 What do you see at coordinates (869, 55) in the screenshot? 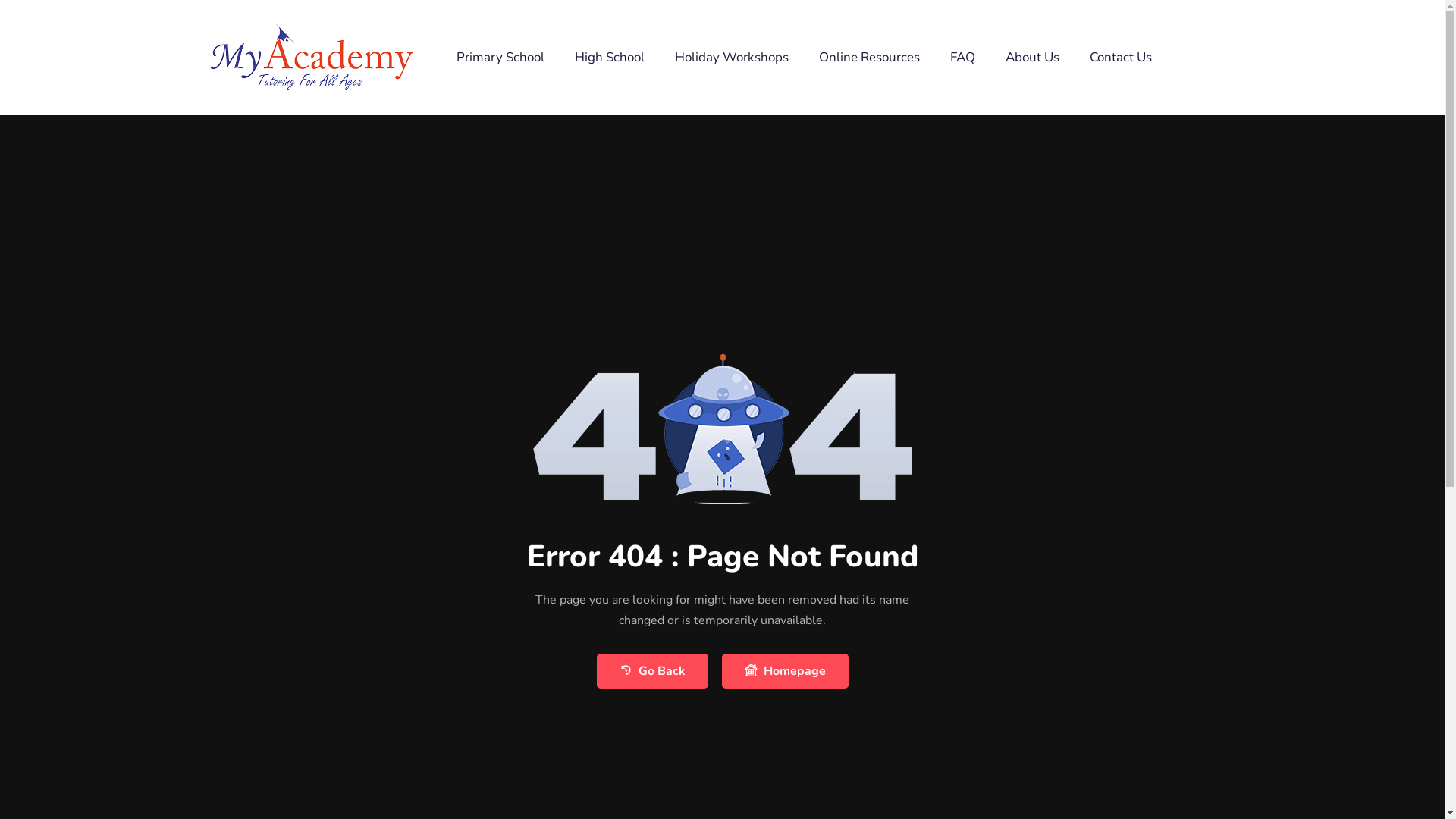
I see `'Online Resources'` at bounding box center [869, 55].